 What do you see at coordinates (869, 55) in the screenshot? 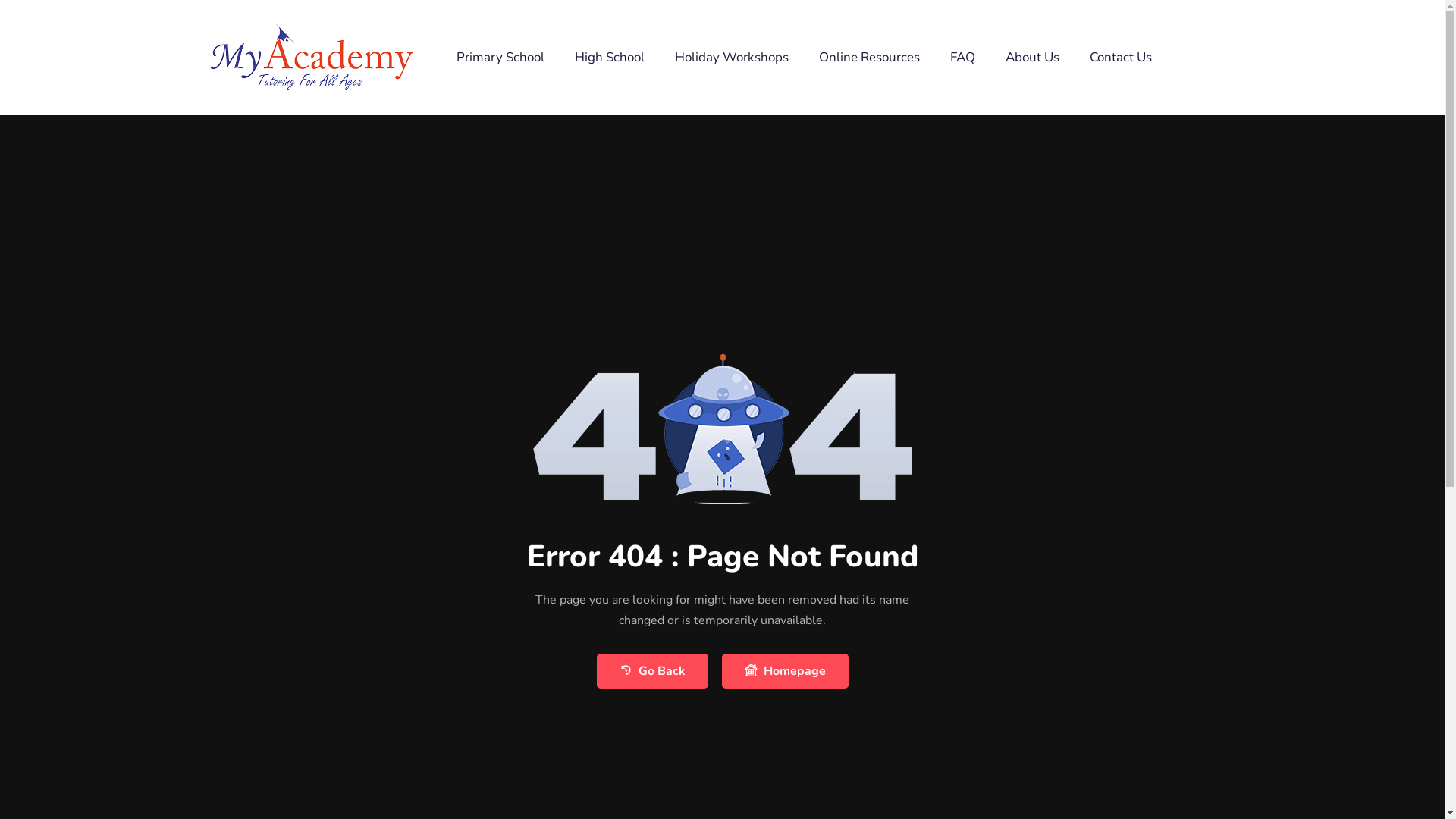
I see `'Online Resources'` at bounding box center [869, 55].